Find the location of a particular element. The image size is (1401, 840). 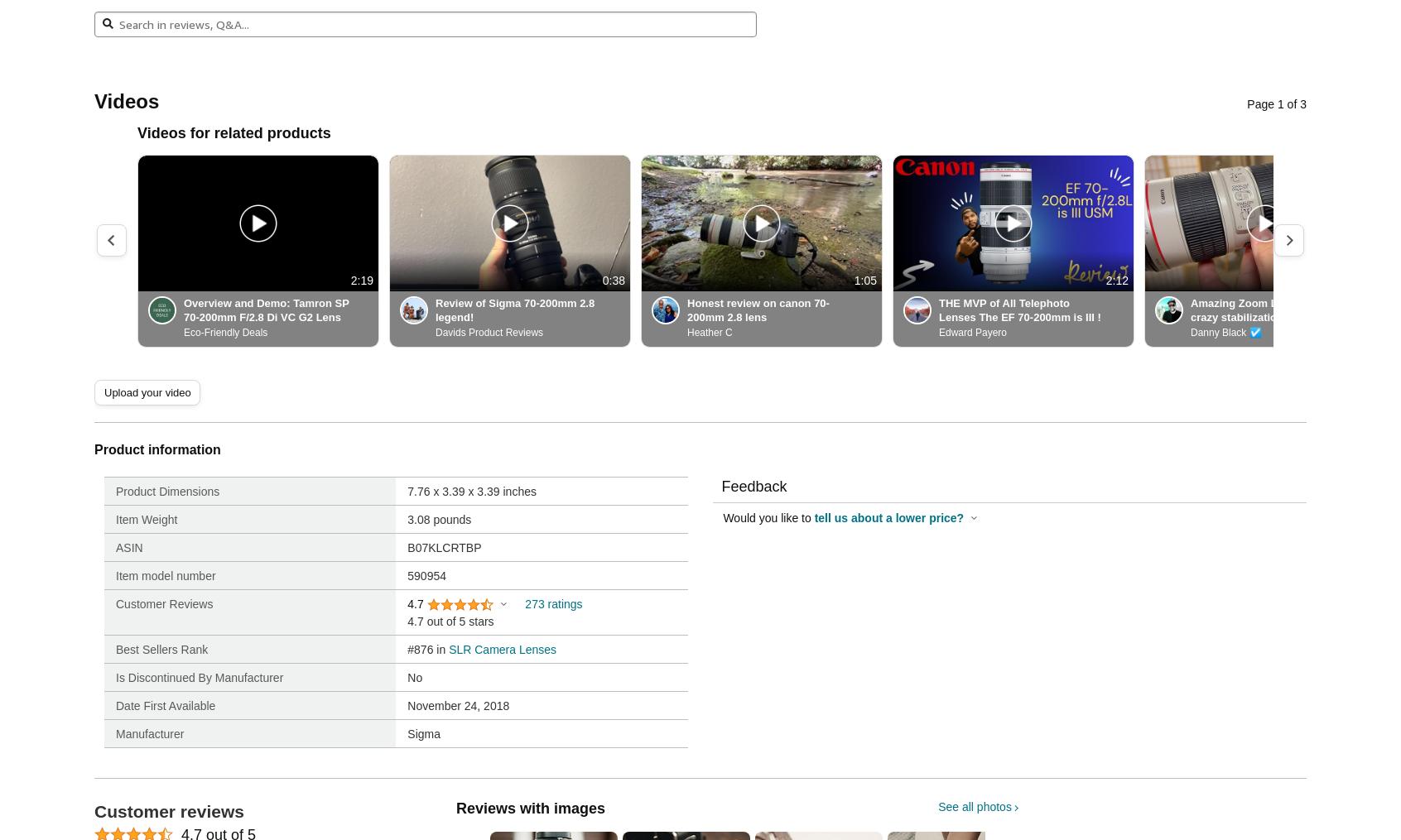

'Is Discontinued By Manufacturer' is located at coordinates (199, 676).